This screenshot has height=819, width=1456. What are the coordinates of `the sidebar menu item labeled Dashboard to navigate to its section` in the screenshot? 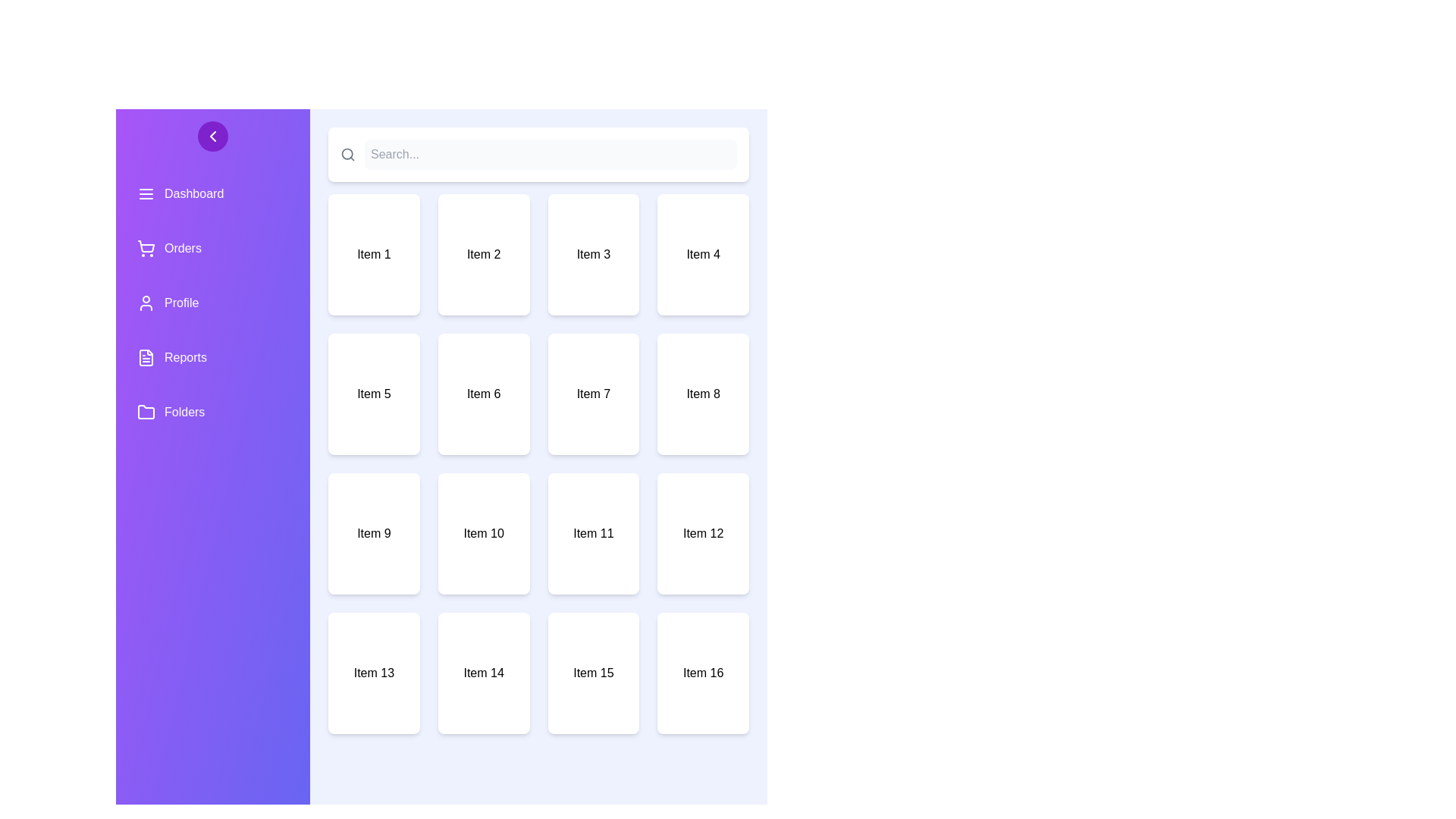 It's located at (212, 193).